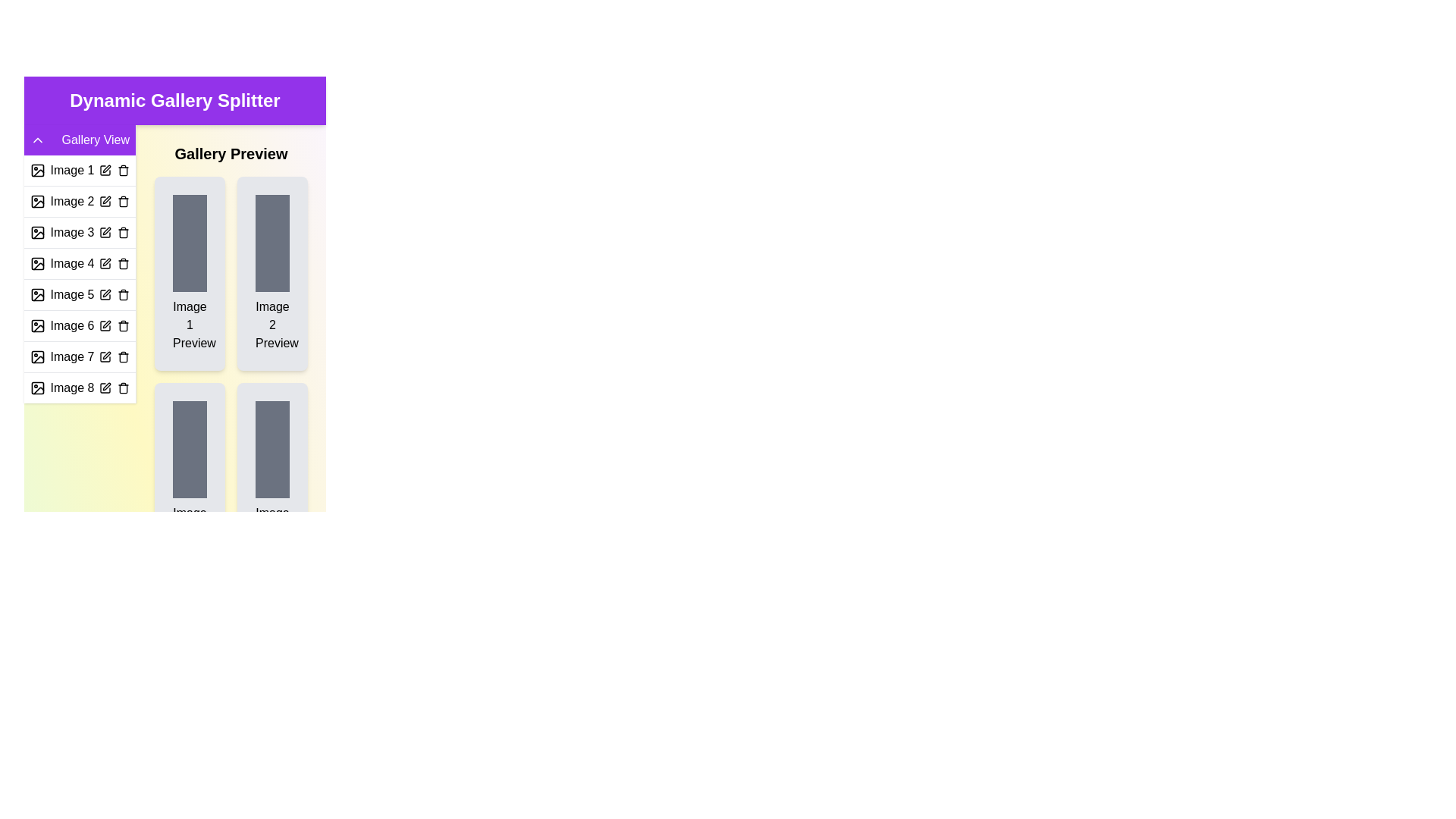  Describe the element at coordinates (71, 295) in the screenshot. I see `the Static text label displaying 'Image 5' in black font, located in the left panel under the 'Gallery View' section, which is the fifth item in a vertical list` at that location.